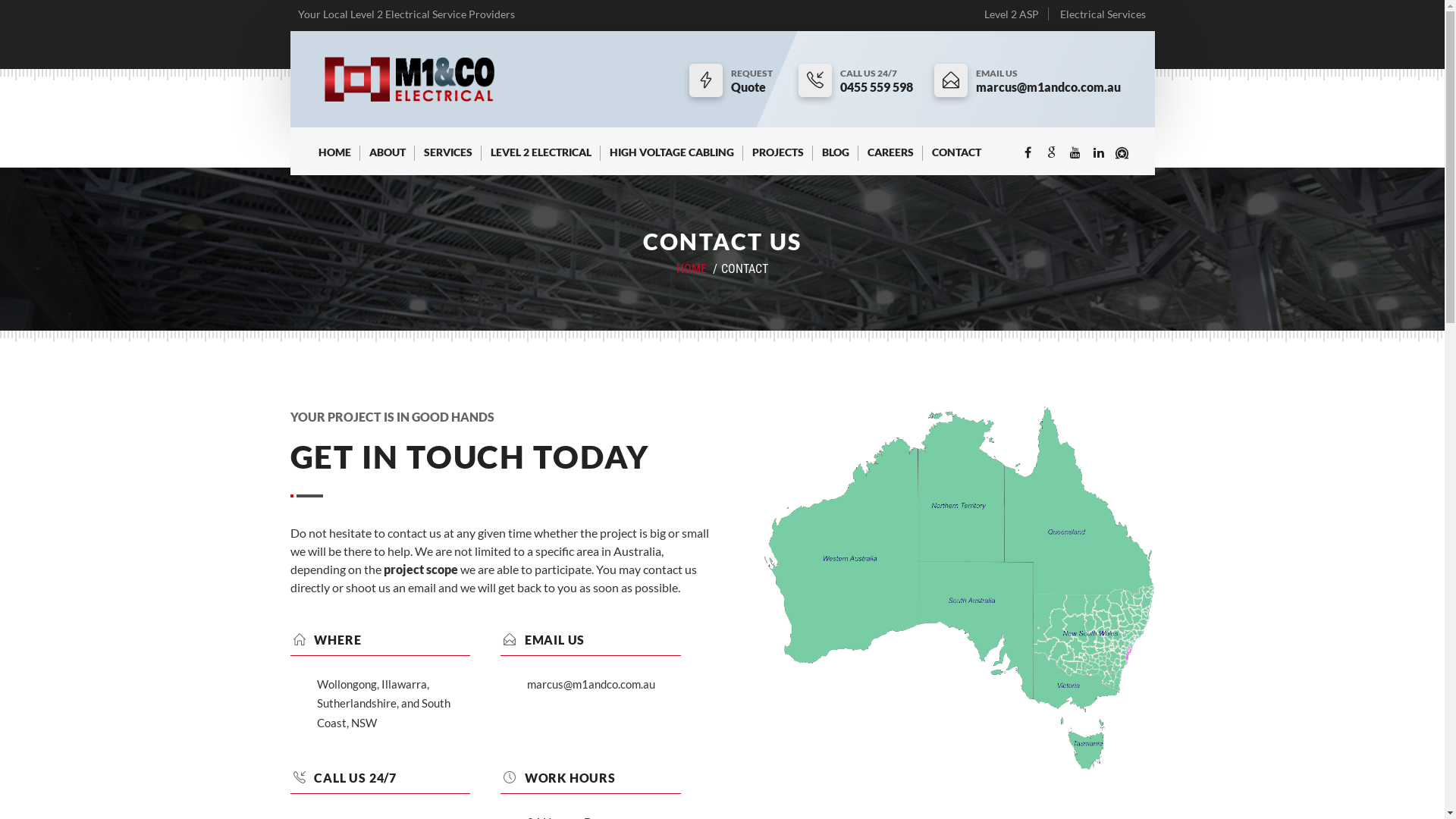  What do you see at coordinates (754, 87) in the screenshot?
I see `'Quote'` at bounding box center [754, 87].